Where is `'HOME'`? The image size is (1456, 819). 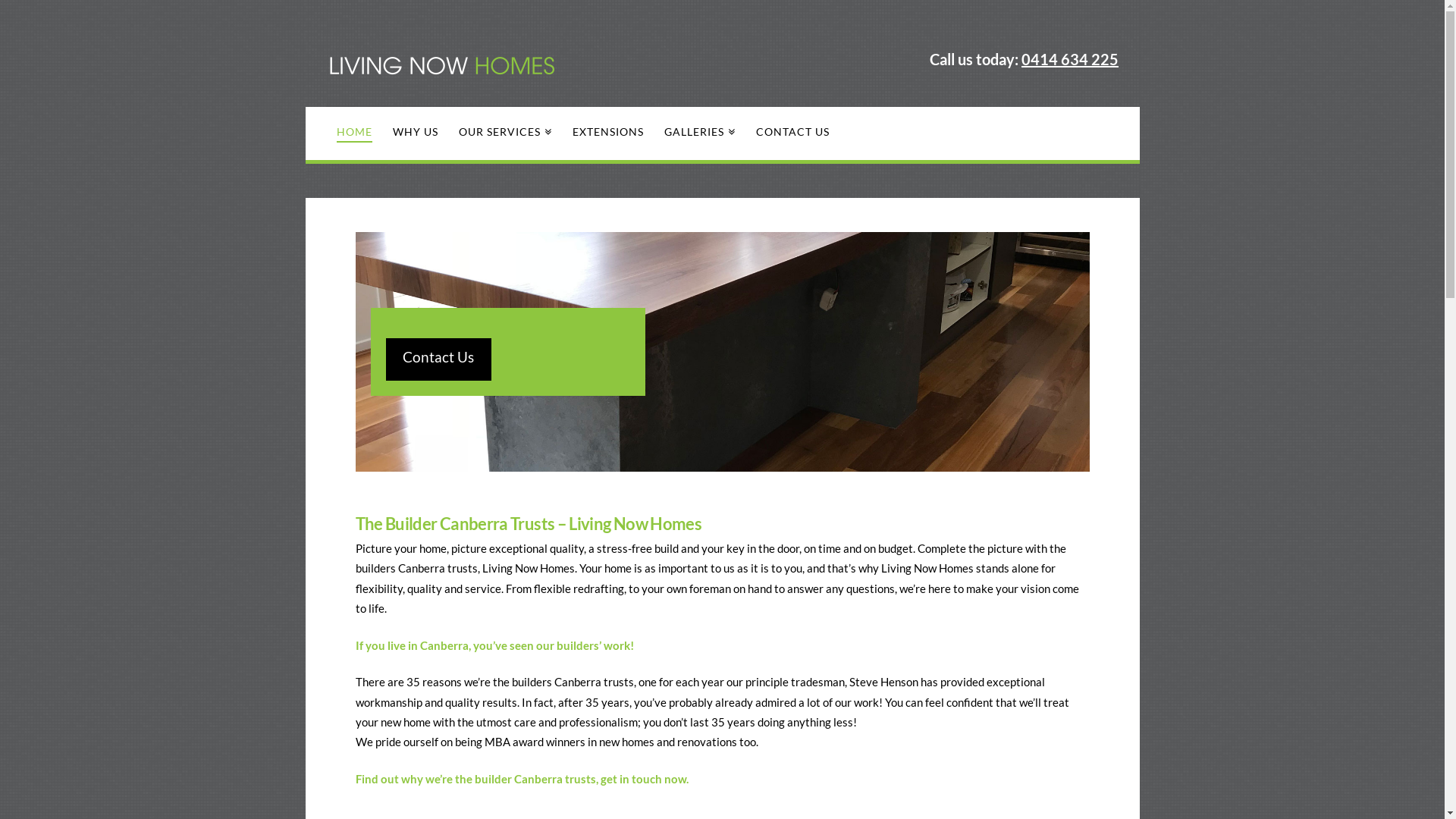 'HOME' is located at coordinates (353, 133).